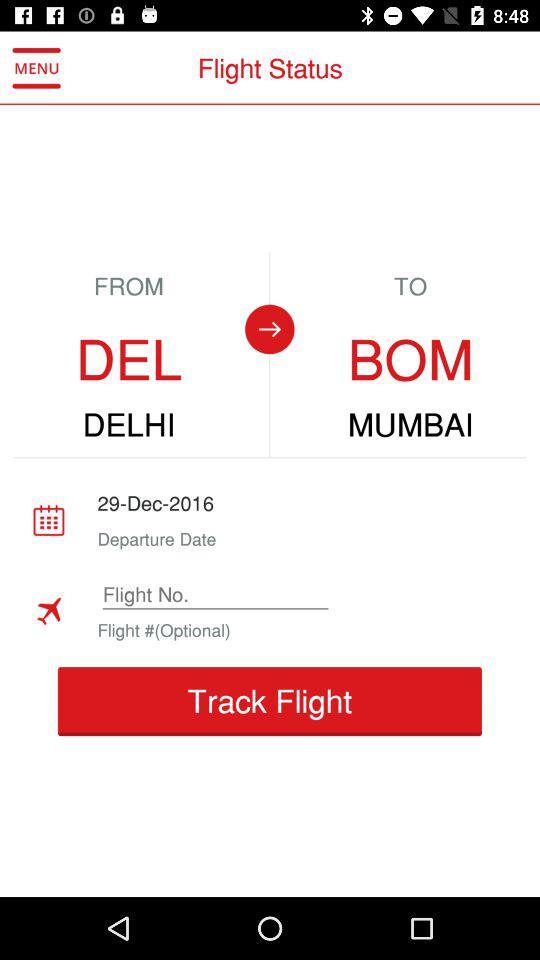 The width and height of the screenshot is (540, 960). Describe the element at coordinates (269, 329) in the screenshot. I see `this button is to allow you to chang the to part of the flight` at that location.